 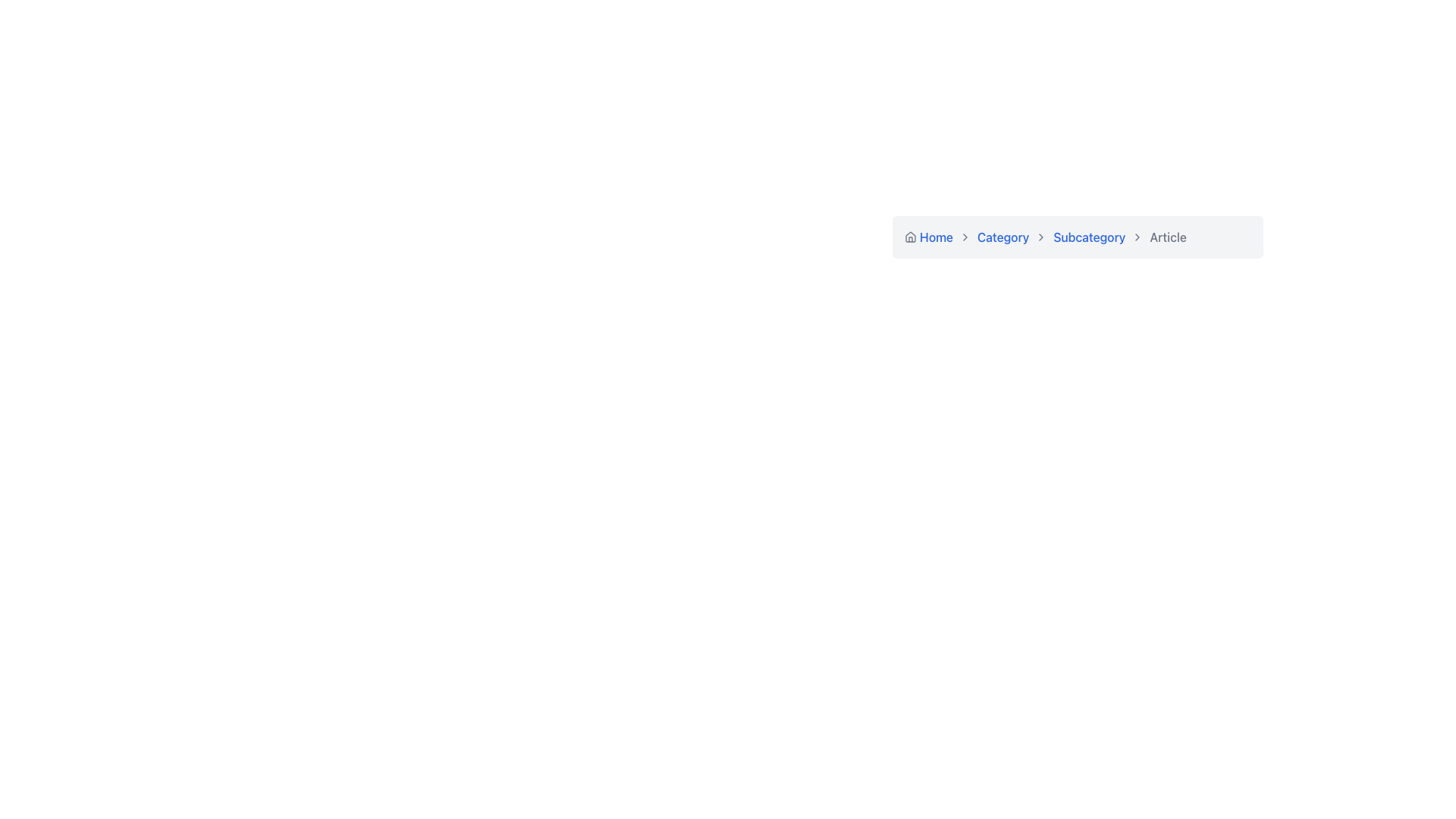 What do you see at coordinates (964, 237) in the screenshot?
I see `the first chevron icon in the breadcrumb navigation, which serves as a visual separator between the 'Home' link and the 'Category' link, for navigational purposes` at bounding box center [964, 237].